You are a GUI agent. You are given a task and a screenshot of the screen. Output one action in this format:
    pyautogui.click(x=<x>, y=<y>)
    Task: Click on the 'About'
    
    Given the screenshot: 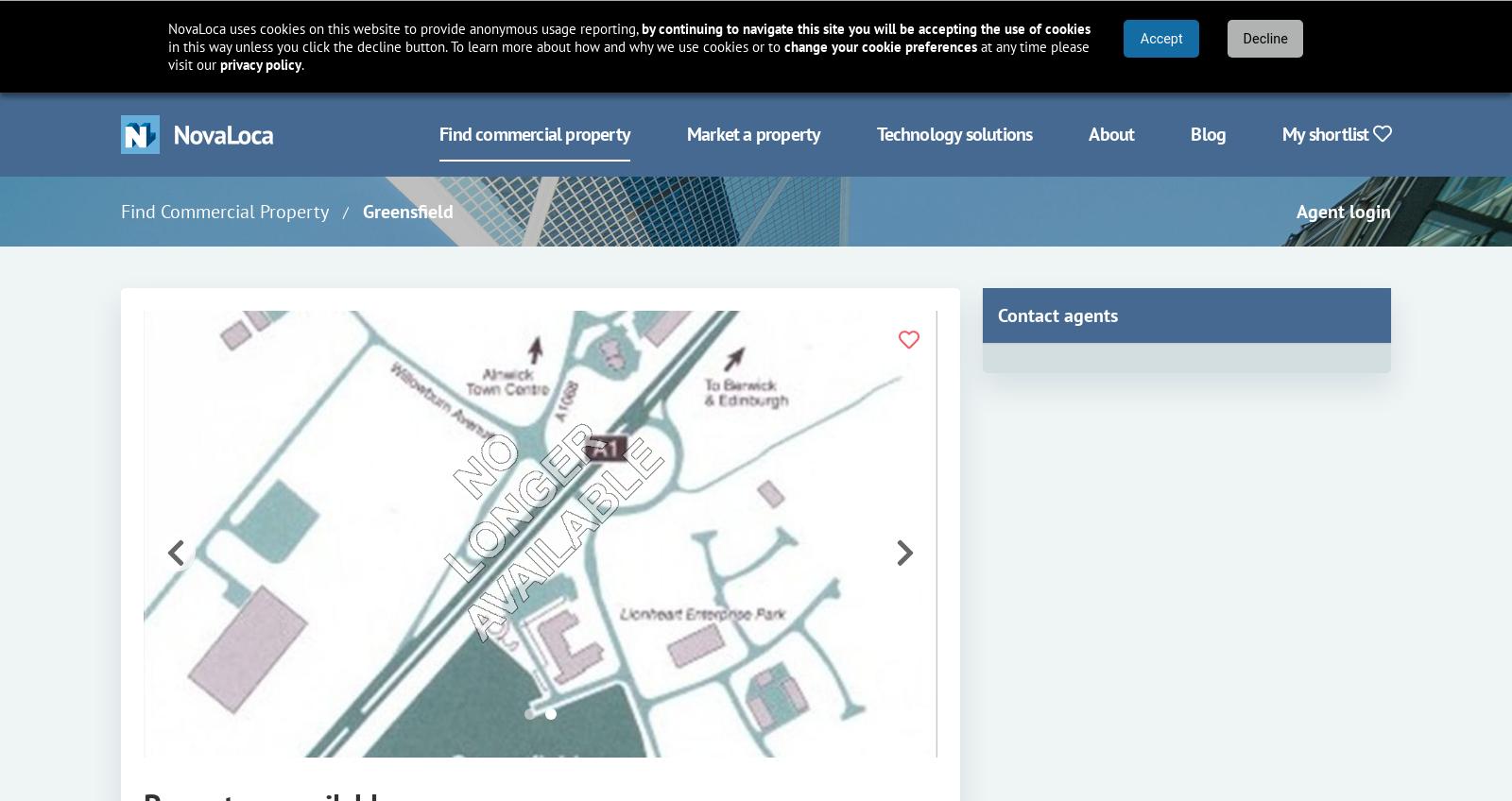 What is the action you would take?
    pyautogui.click(x=1089, y=132)
    